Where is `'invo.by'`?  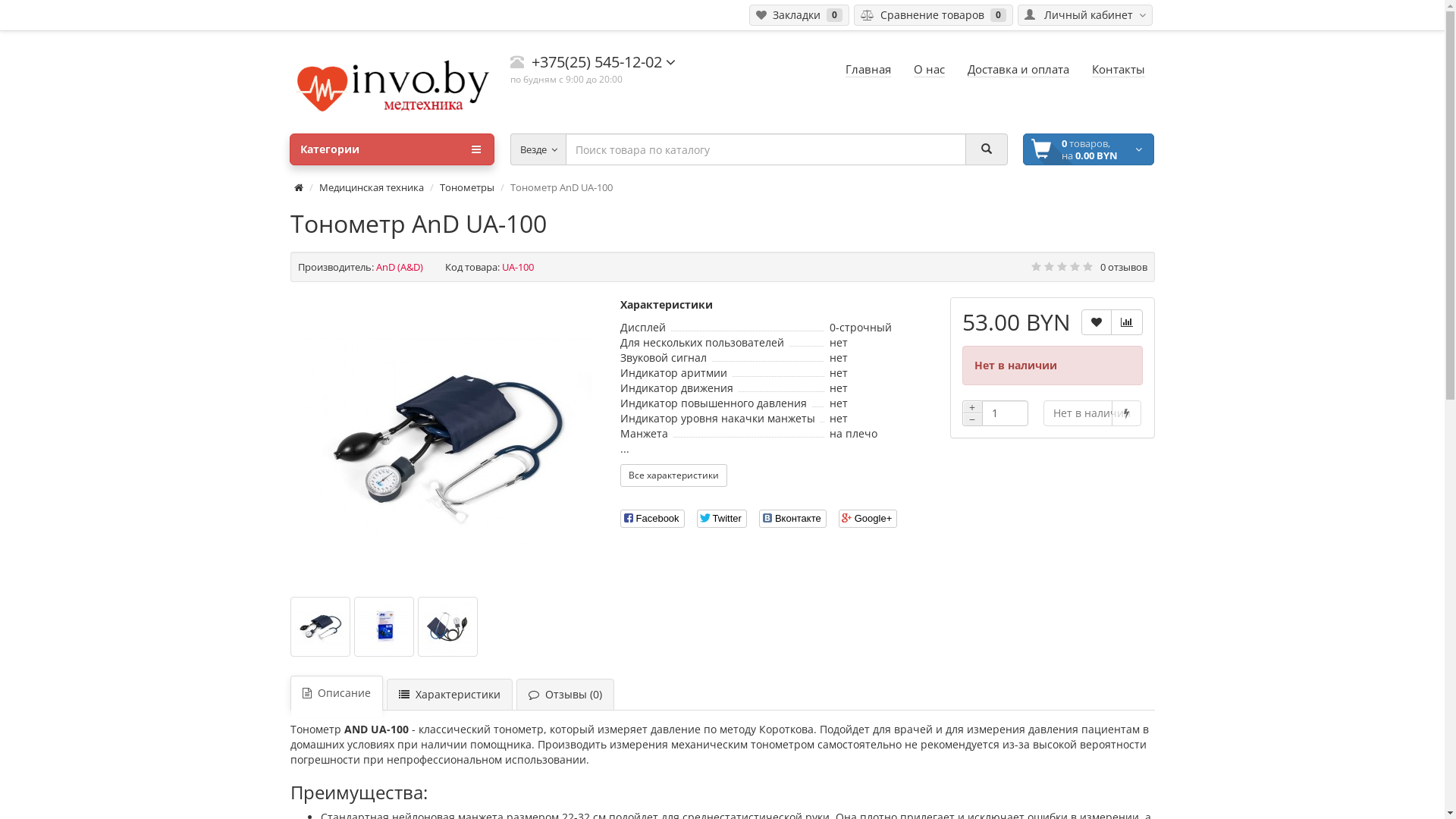
'invo.by' is located at coordinates (392, 82).